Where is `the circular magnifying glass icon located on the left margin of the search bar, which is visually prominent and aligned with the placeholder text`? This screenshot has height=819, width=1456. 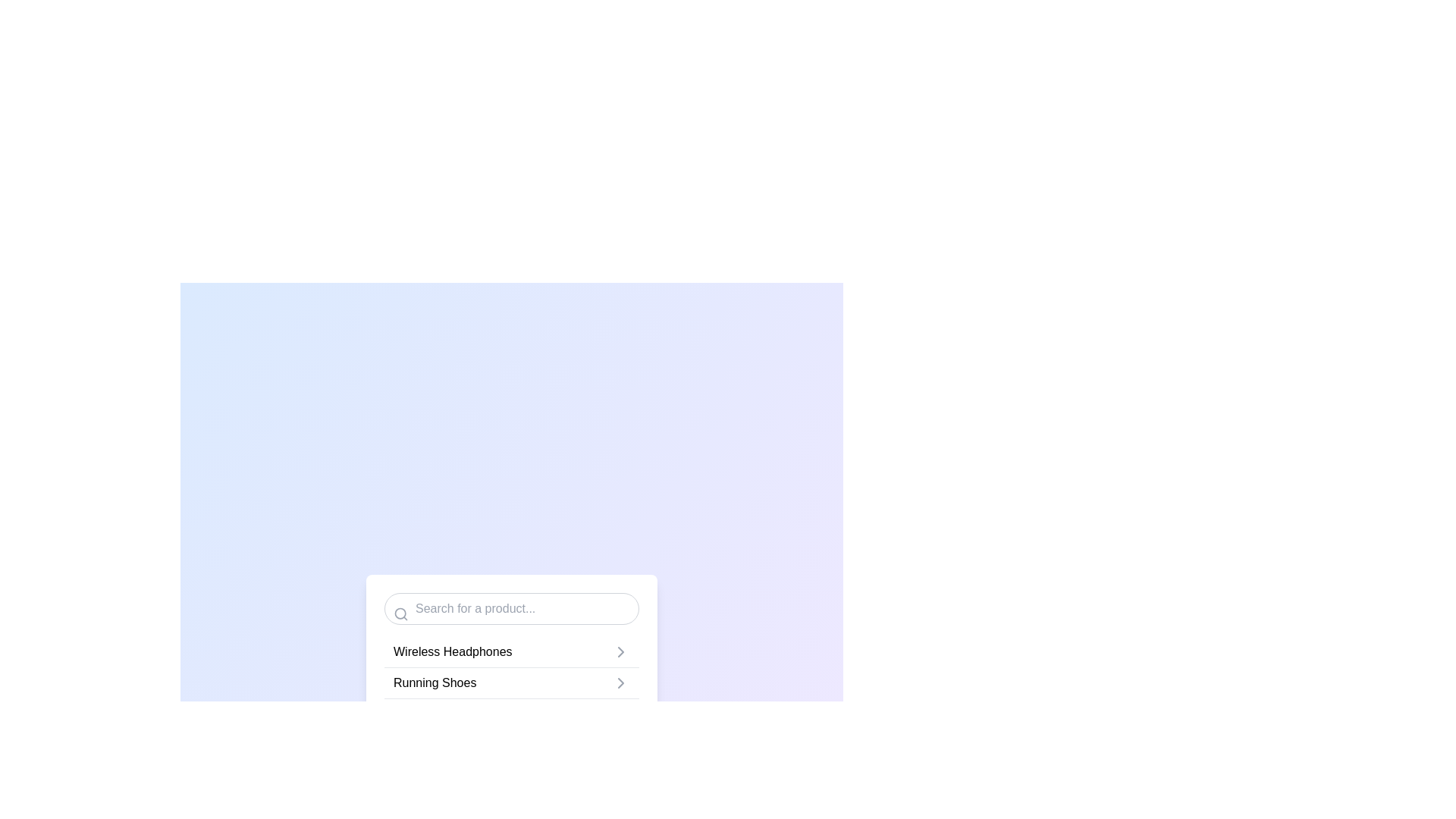
the circular magnifying glass icon located on the left margin of the search bar, which is visually prominent and aligned with the placeholder text is located at coordinates (400, 614).